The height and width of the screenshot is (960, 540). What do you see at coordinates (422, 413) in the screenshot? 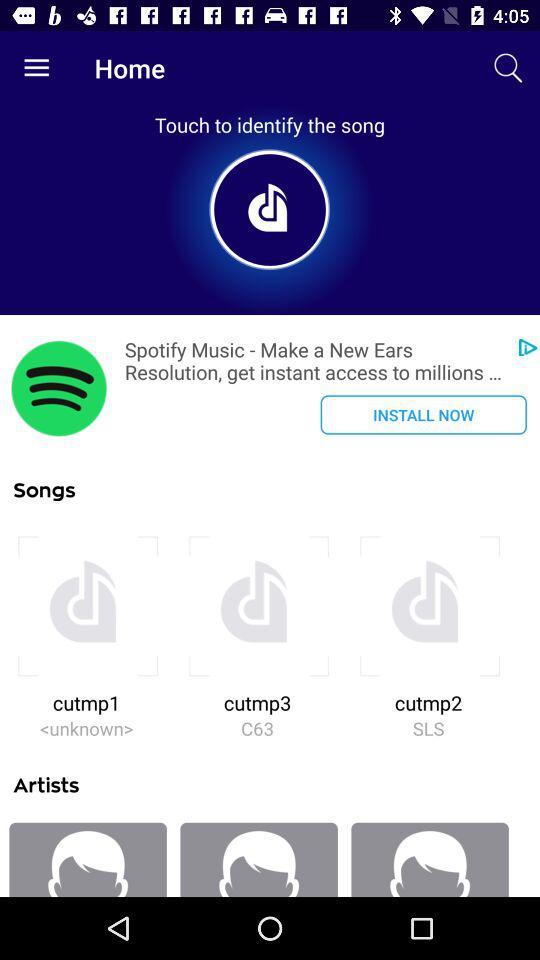
I see `icon below spotify music make item` at bounding box center [422, 413].